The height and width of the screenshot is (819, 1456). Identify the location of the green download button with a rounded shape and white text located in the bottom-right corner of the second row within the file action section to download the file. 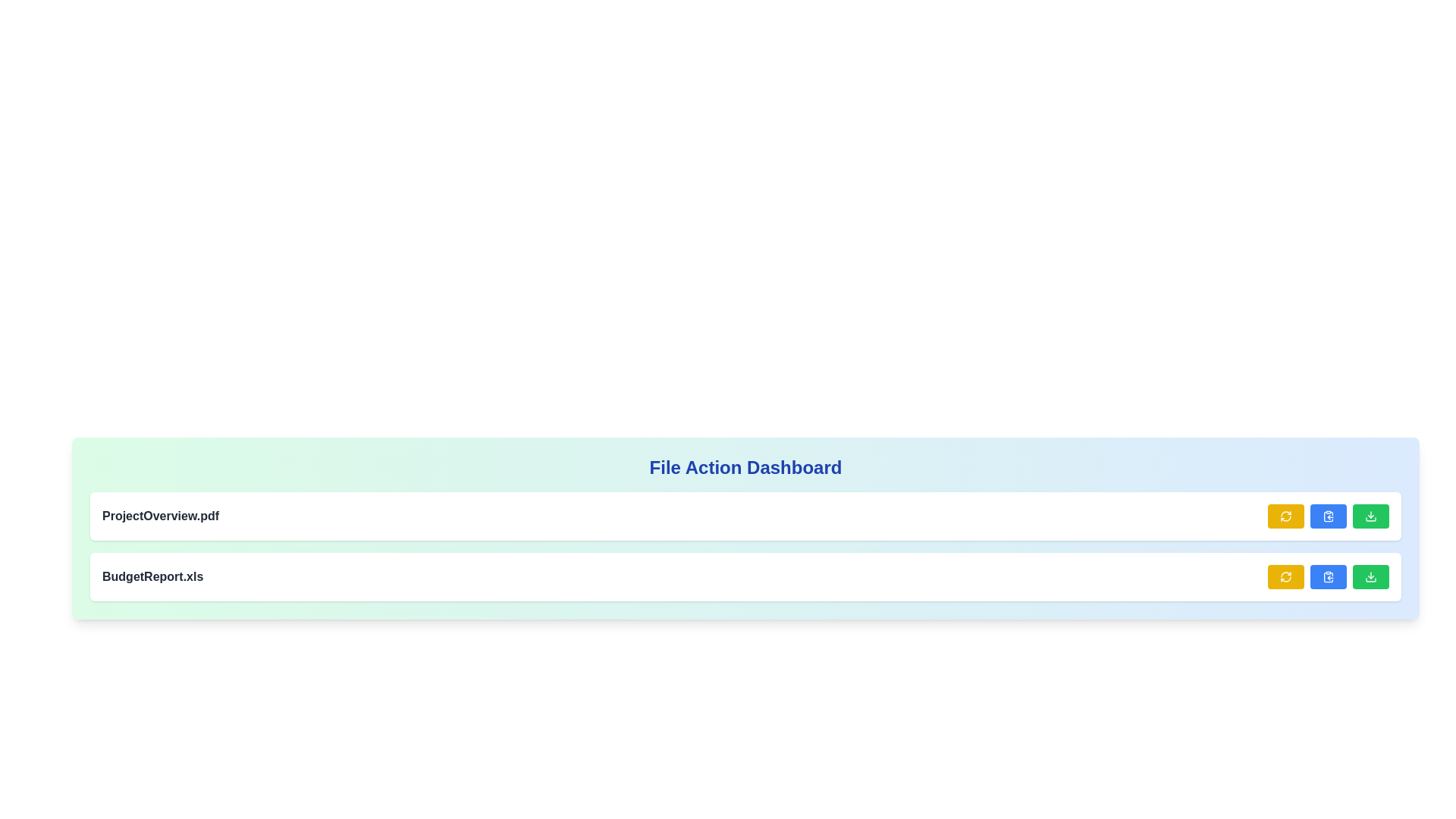
(1371, 576).